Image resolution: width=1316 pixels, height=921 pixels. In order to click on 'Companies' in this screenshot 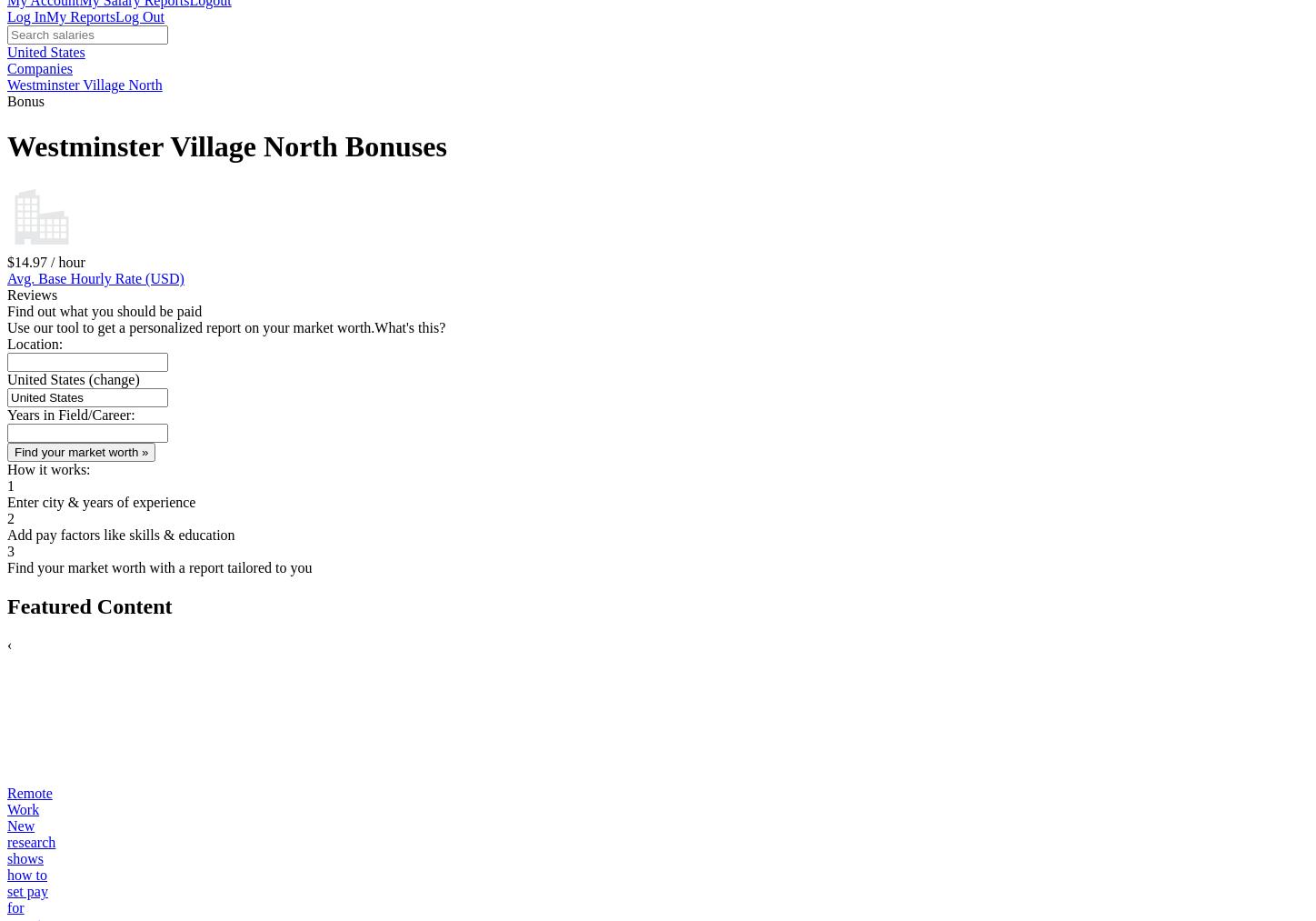, I will do `click(6, 67)`.